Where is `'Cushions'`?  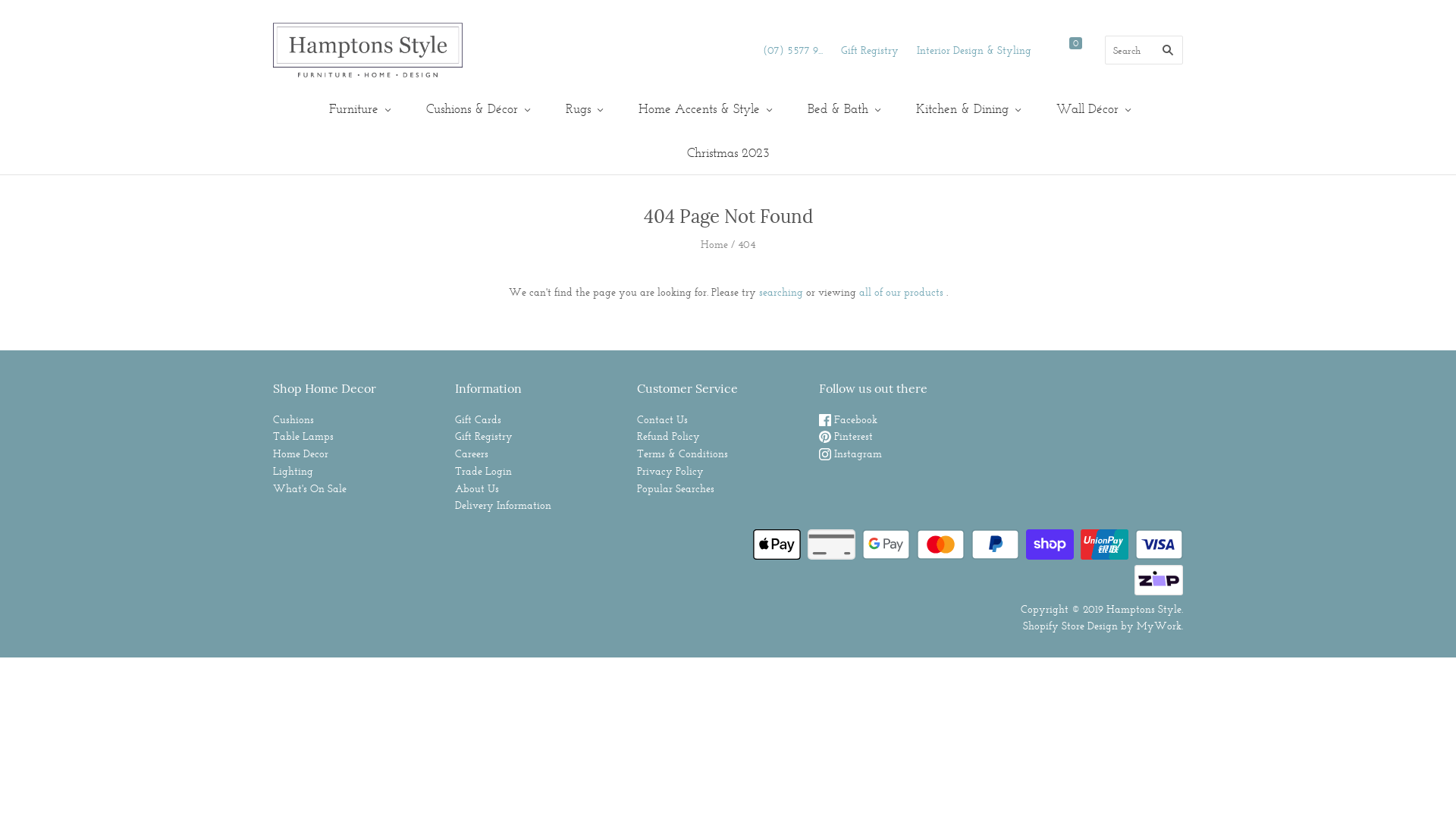
'Cushions' is located at coordinates (293, 419).